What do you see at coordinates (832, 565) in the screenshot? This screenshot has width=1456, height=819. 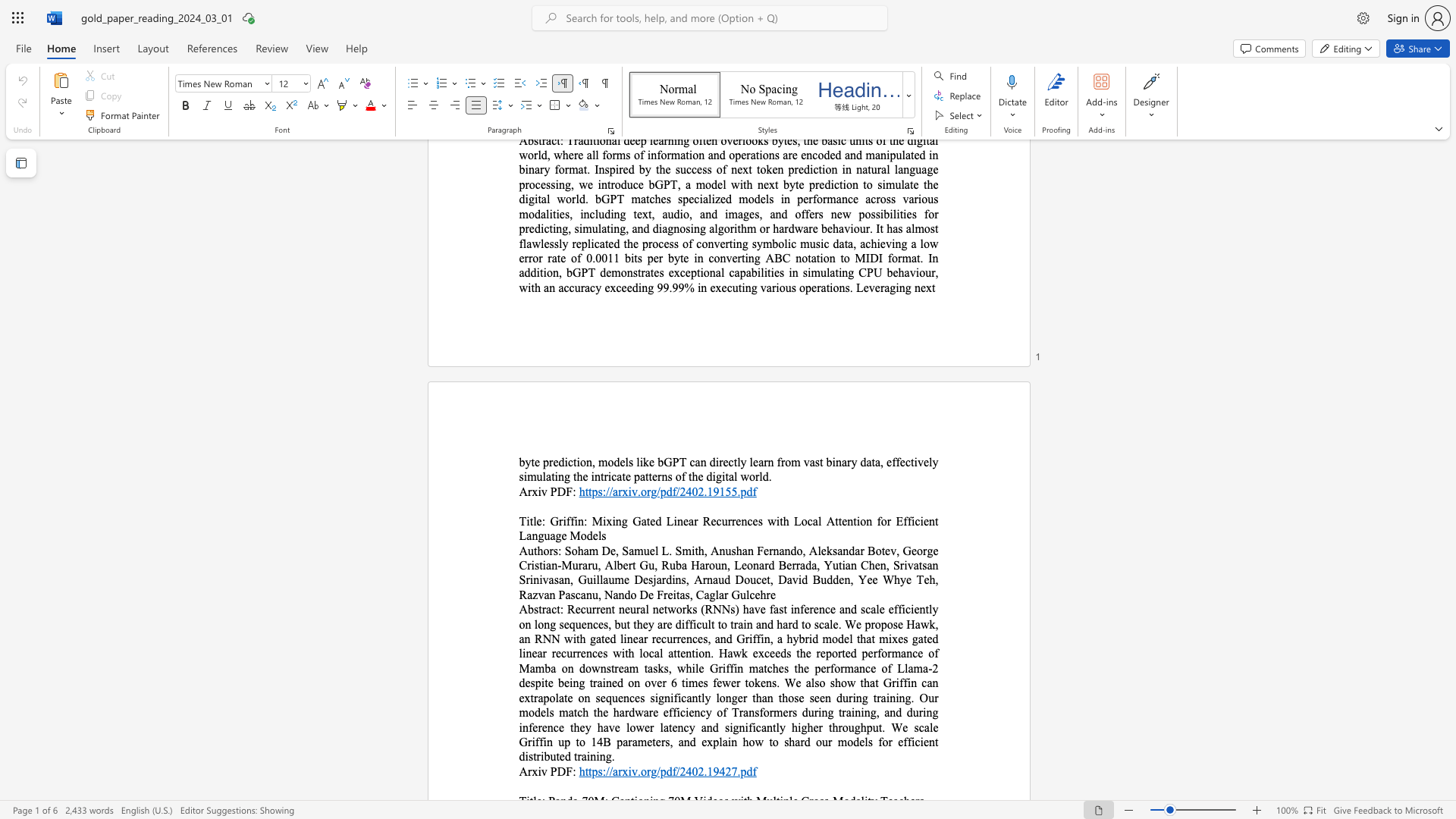 I see `the subset text "utian Chen, Srivatsan Srinivasan, Guillaume Desjardins, Arnaud Doucet, David Budden, Yee Whye Teh, Razvan Pas" within the text "Soham De, Samuel L. Smith, Anushan Fernando, Aleksandar Botev, George Cristian-Muraru, Albert Gu, Ruba Haroun, Leonard Berrada, Yutian Chen, Srivatsan Srinivasan, Guillaume Desjardins, Arnaud Doucet, David Budden, Yee Whye Teh, Razvan Pascanu, Nando De Freitas, Caglar Gulcehre"` at bounding box center [832, 565].